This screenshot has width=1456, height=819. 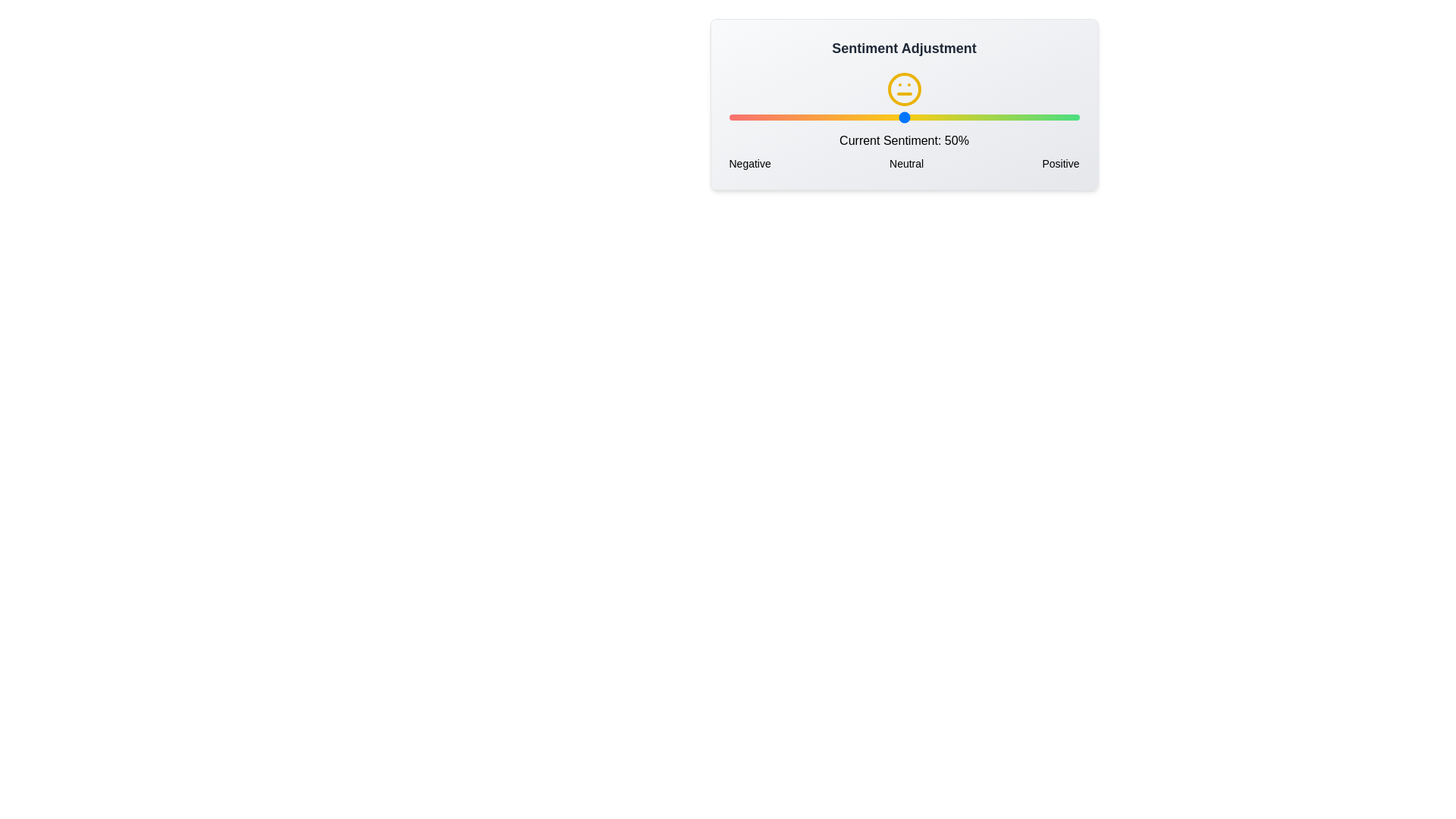 I want to click on the sentiment slider to 65%, so click(x=955, y=116).